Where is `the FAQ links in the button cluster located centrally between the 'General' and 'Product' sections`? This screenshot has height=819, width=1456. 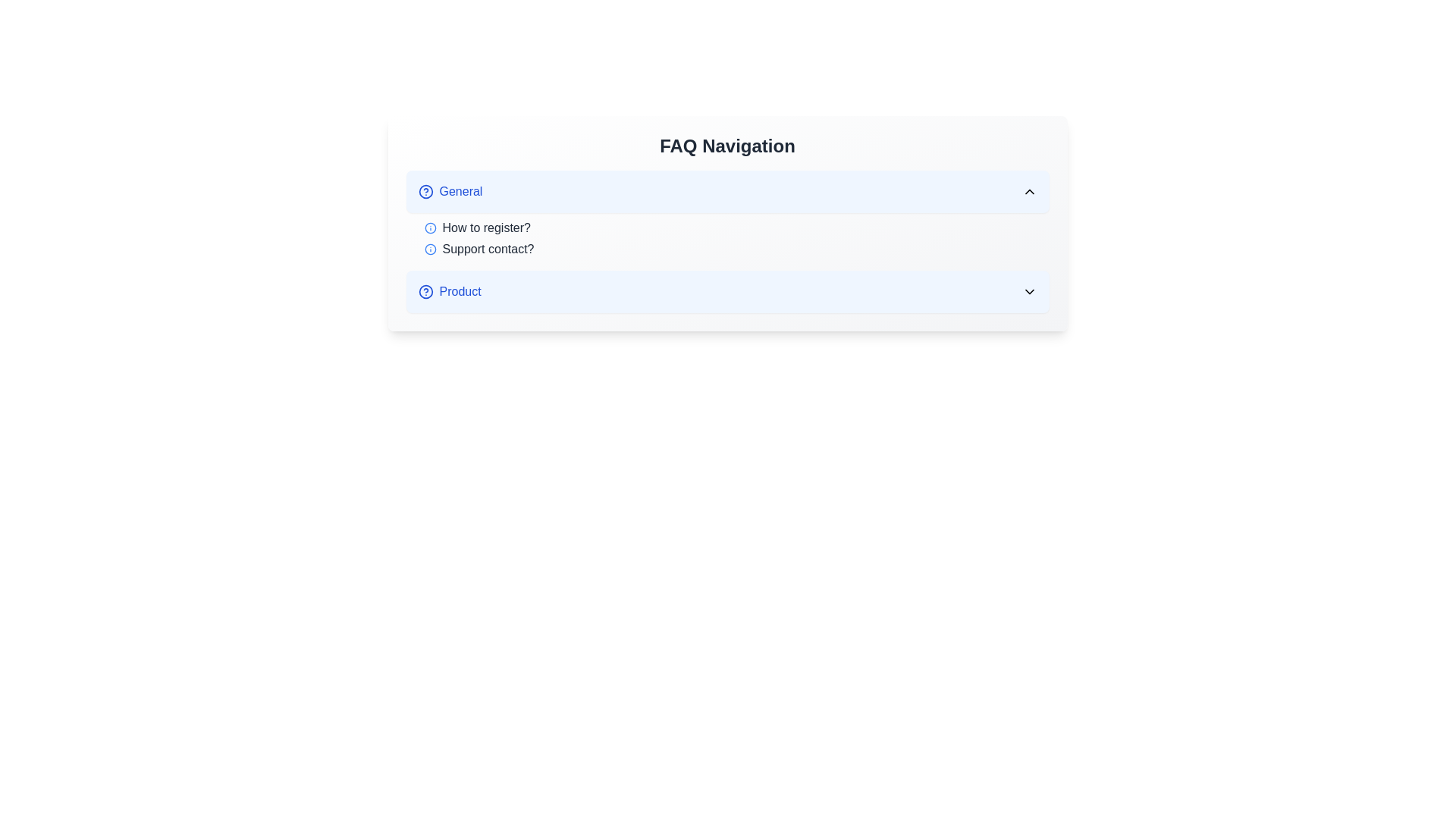 the FAQ links in the button cluster located centrally between the 'General' and 'Product' sections is located at coordinates (726, 223).